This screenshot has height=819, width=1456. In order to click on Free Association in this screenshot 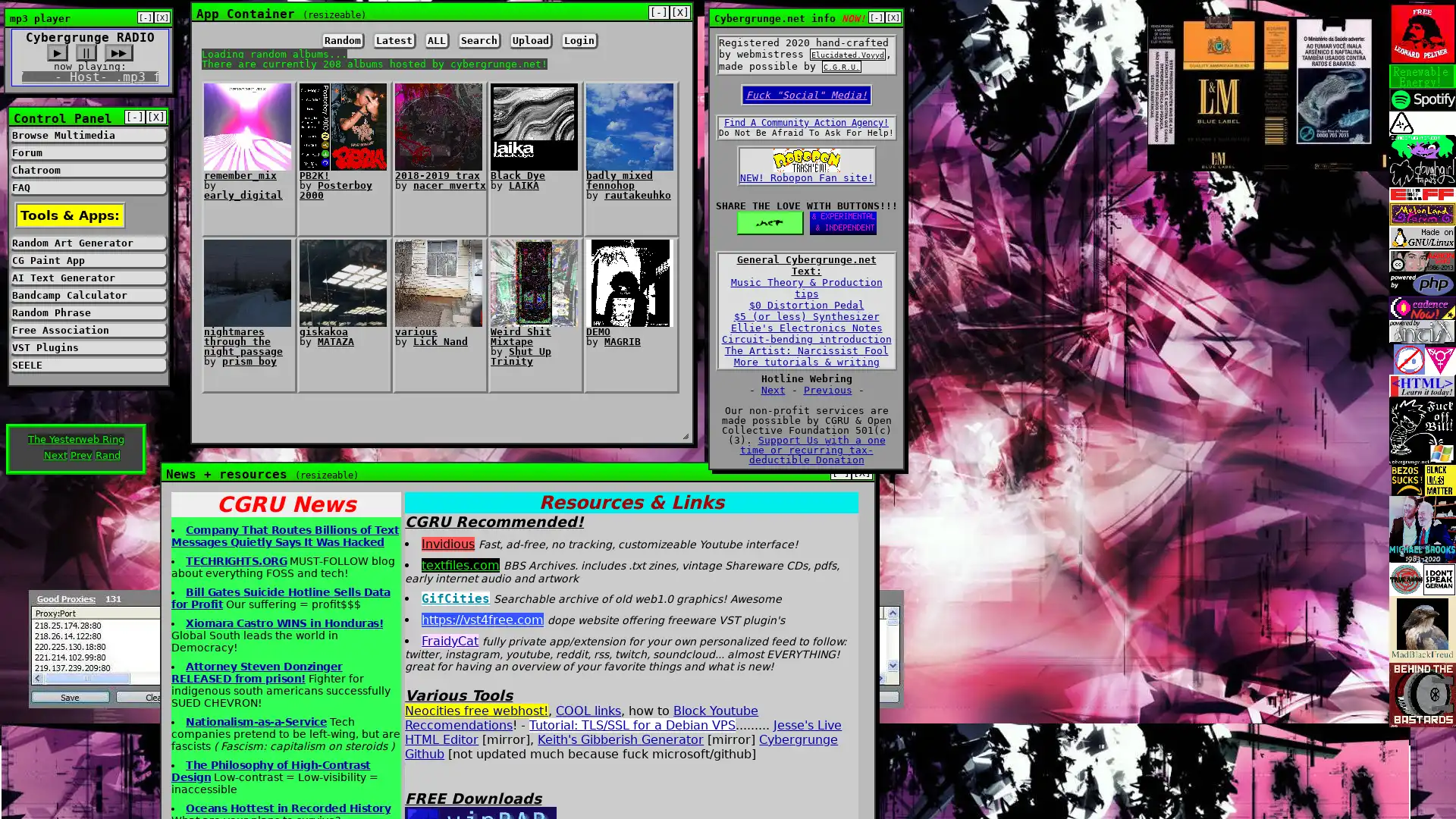, I will do `click(87, 329)`.